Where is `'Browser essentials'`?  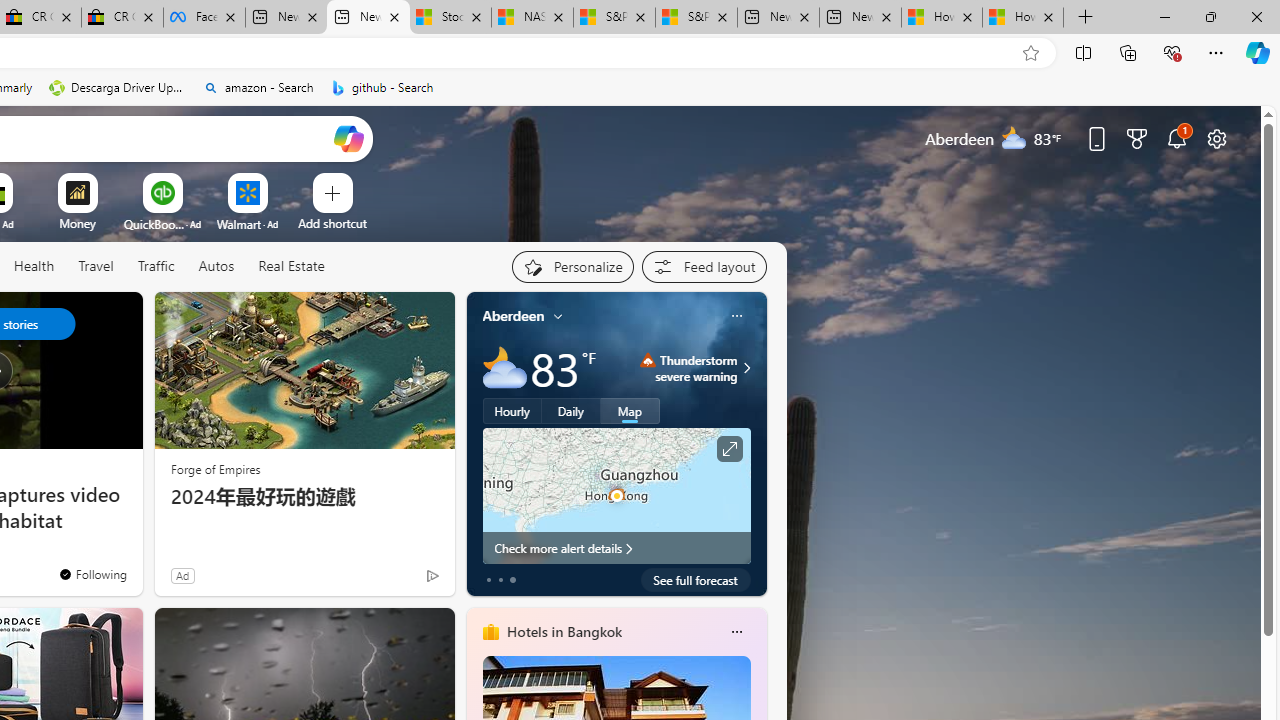 'Browser essentials' is located at coordinates (1171, 51).